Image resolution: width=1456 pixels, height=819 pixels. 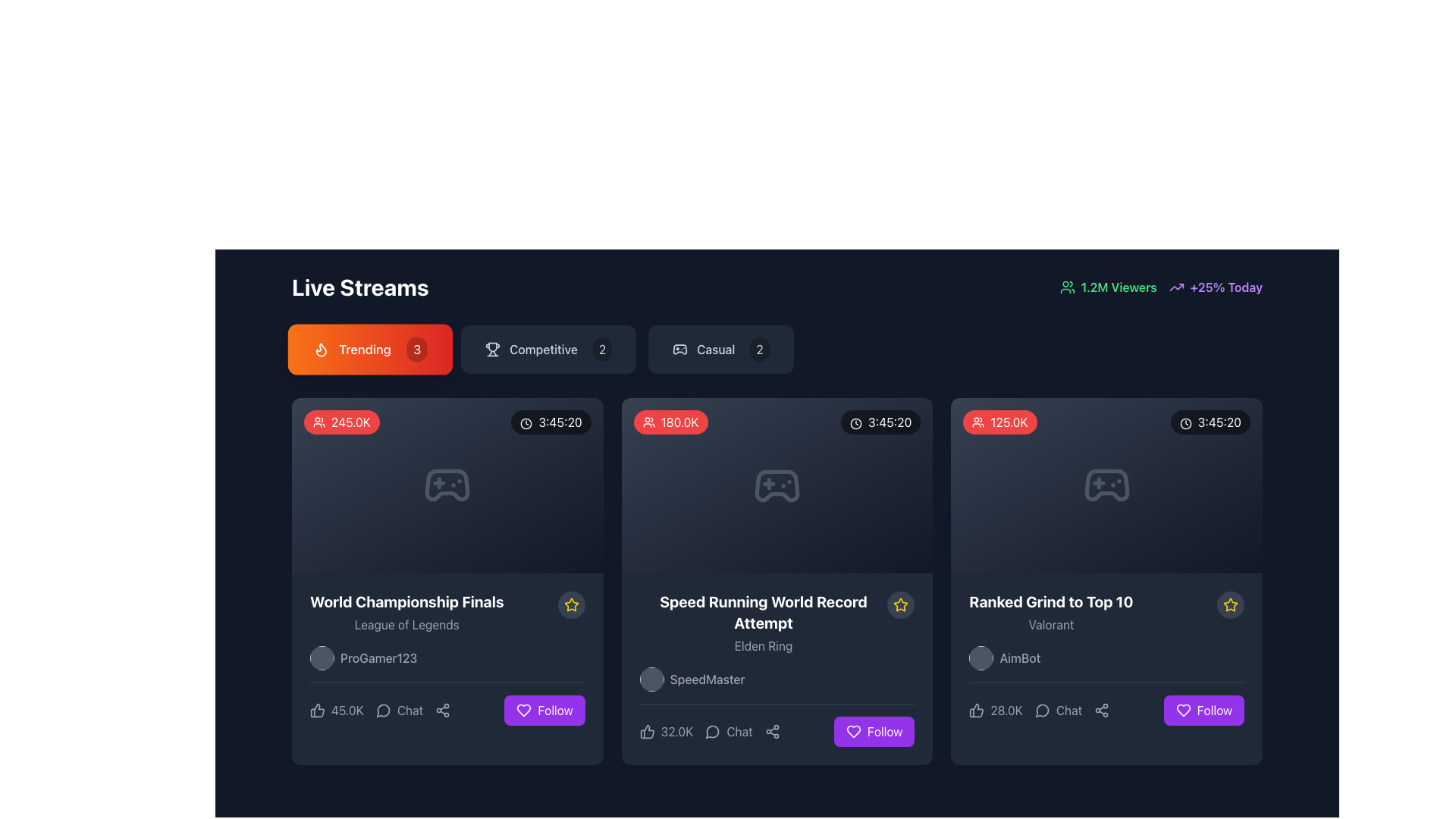 What do you see at coordinates (647, 730) in the screenshot?
I see `the 'like' icon located to the left of the '32.0K' text in the interactive section below the 'Speed Running World Record Attempt' card` at bounding box center [647, 730].